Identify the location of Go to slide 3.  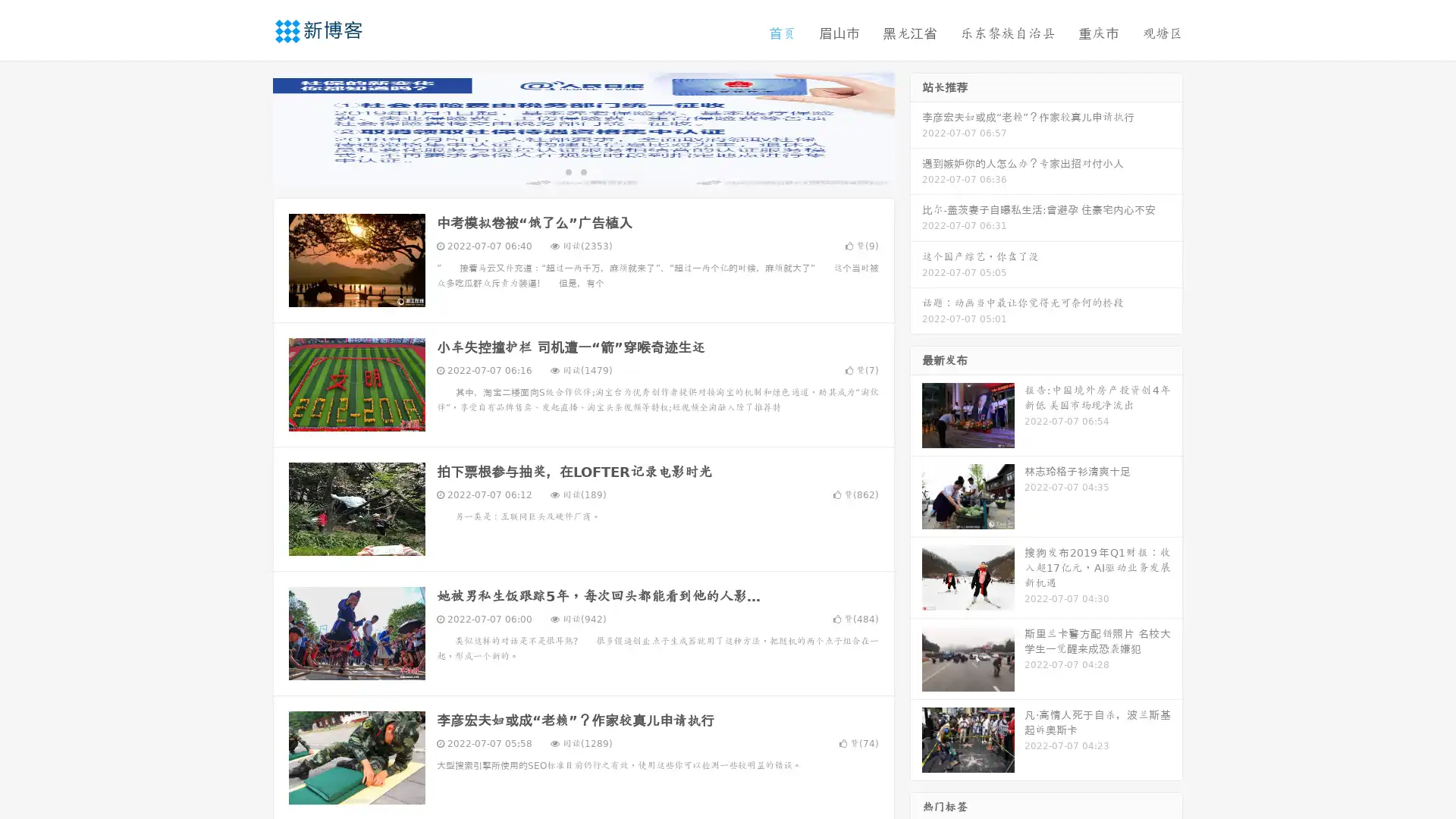
(598, 171).